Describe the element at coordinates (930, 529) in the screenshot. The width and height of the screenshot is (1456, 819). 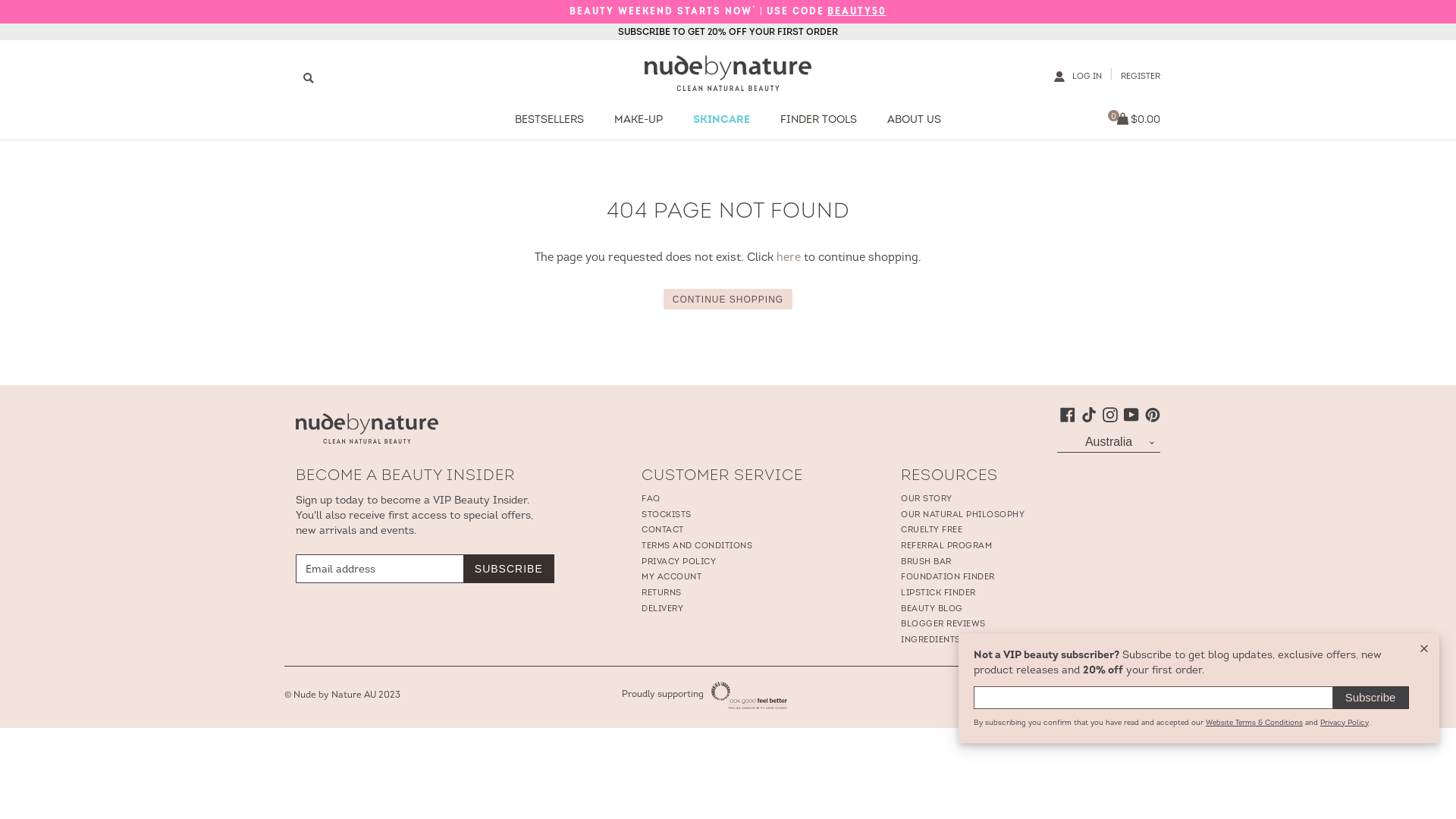
I see `'CRUELTY FREE'` at that location.